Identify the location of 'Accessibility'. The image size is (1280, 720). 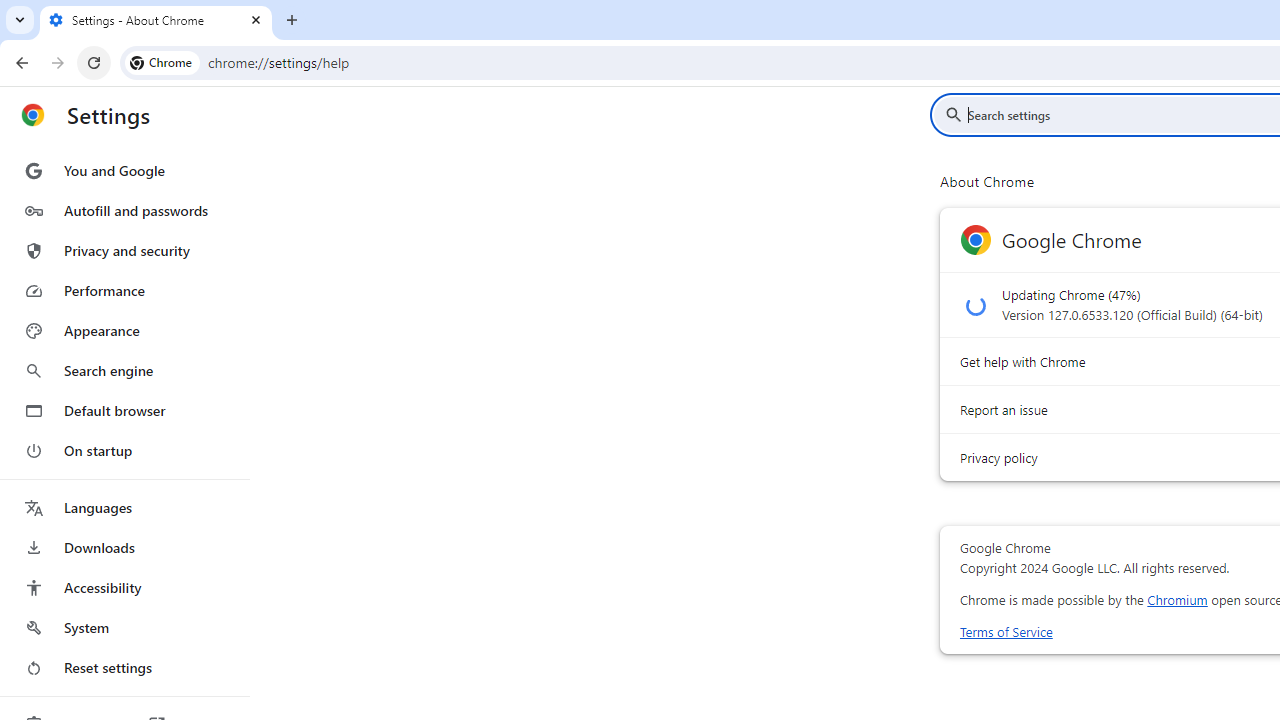
(123, 586).